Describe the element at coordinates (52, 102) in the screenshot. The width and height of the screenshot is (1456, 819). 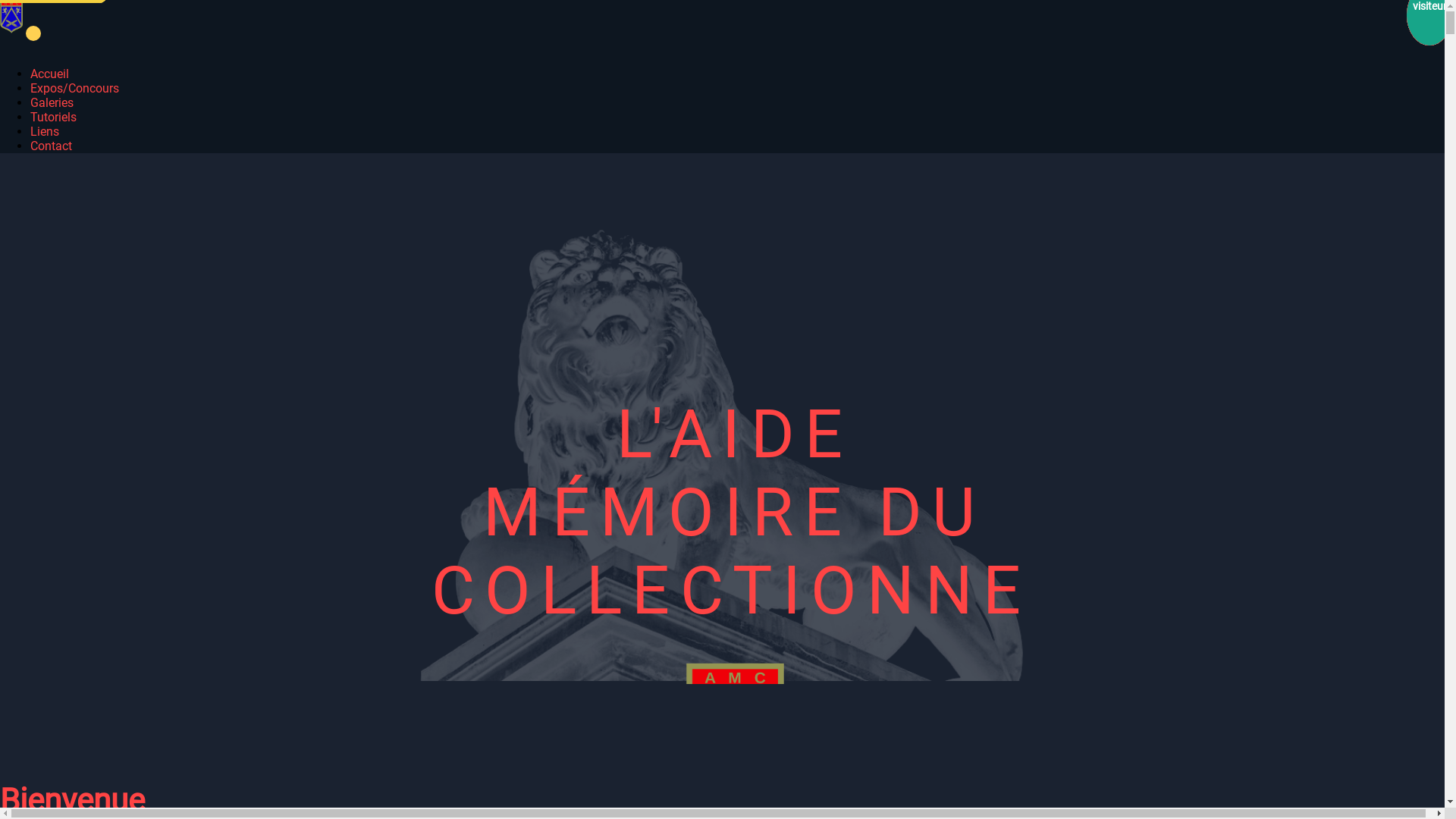
I see `'Galeries'` at that location.